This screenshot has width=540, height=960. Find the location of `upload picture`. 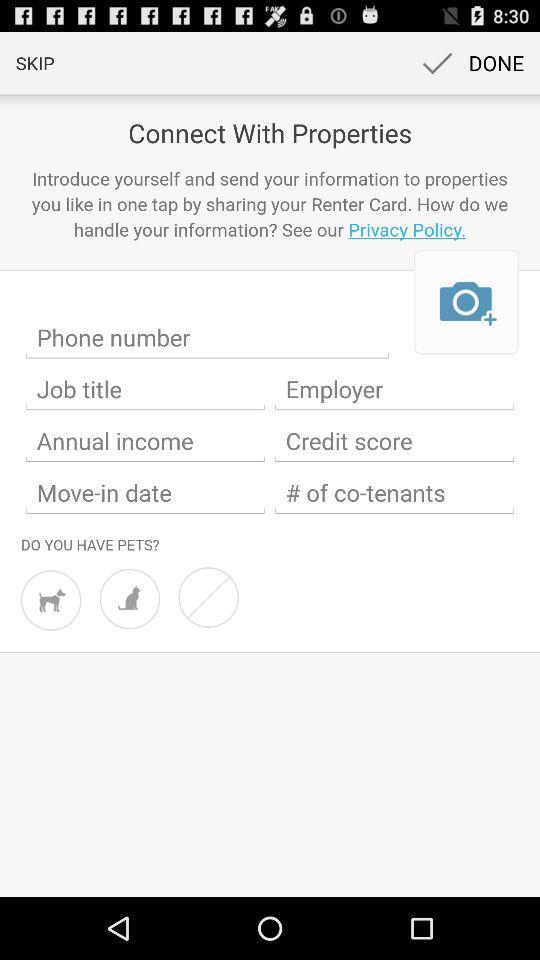

upload picture is located at coordinates (466, 302).